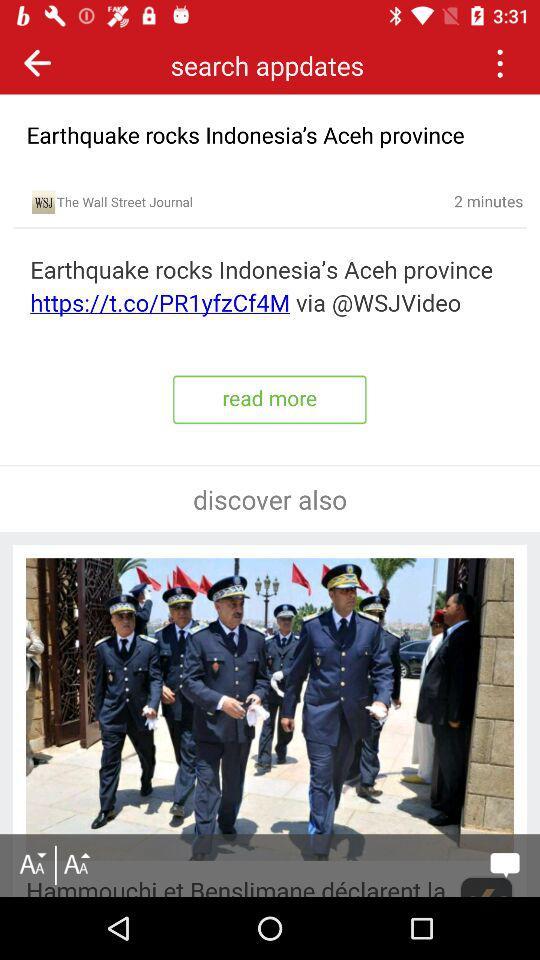 The height and width of the screenshot is (960, 540). I want to click on message, so click(504, 864).